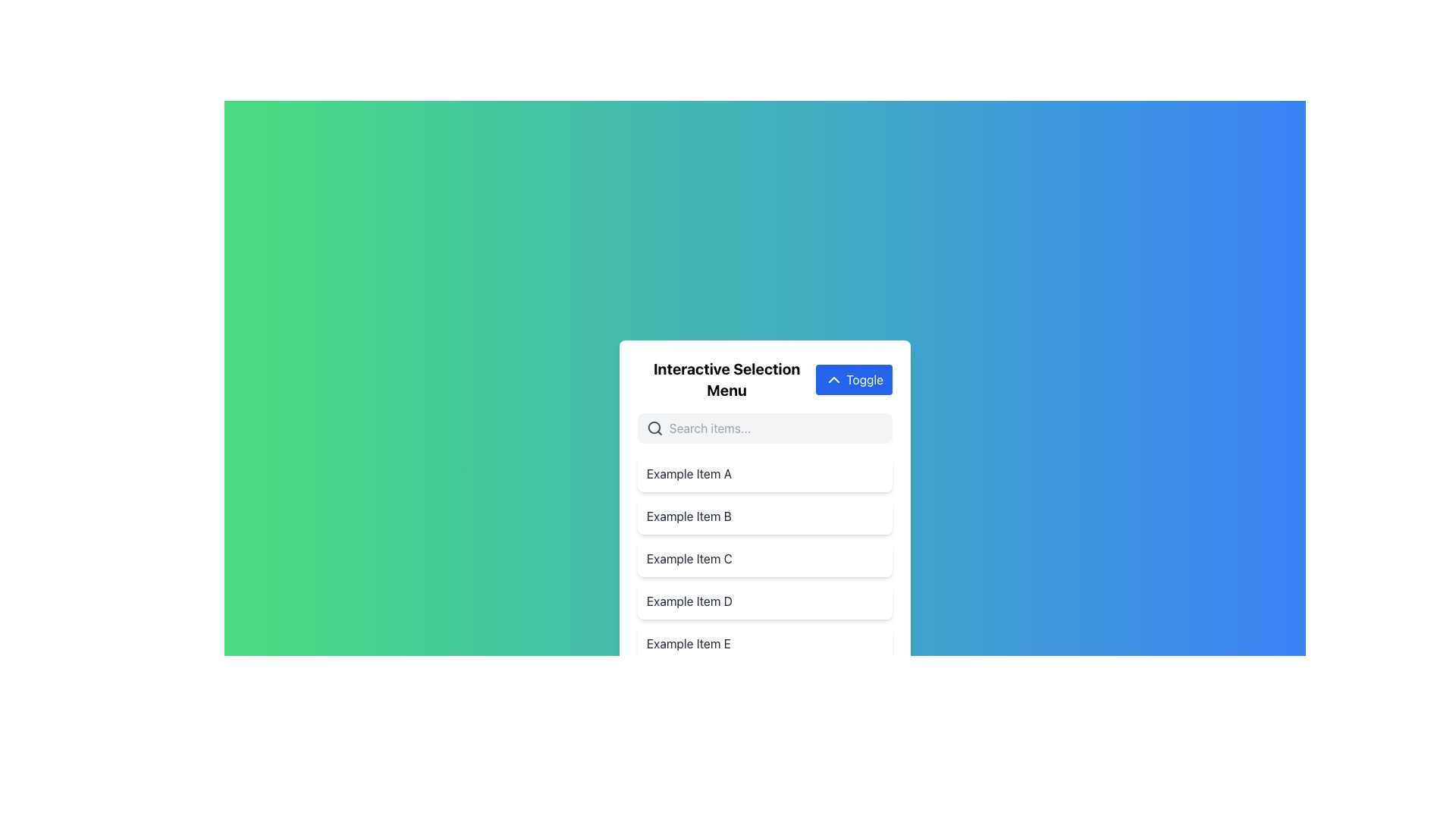 This screenshot has height=819, width=1456. I want to click on to select the second list item in the menu, which is located directly below 'Example Item A' and above 'Example Item C', so click(764, 516).